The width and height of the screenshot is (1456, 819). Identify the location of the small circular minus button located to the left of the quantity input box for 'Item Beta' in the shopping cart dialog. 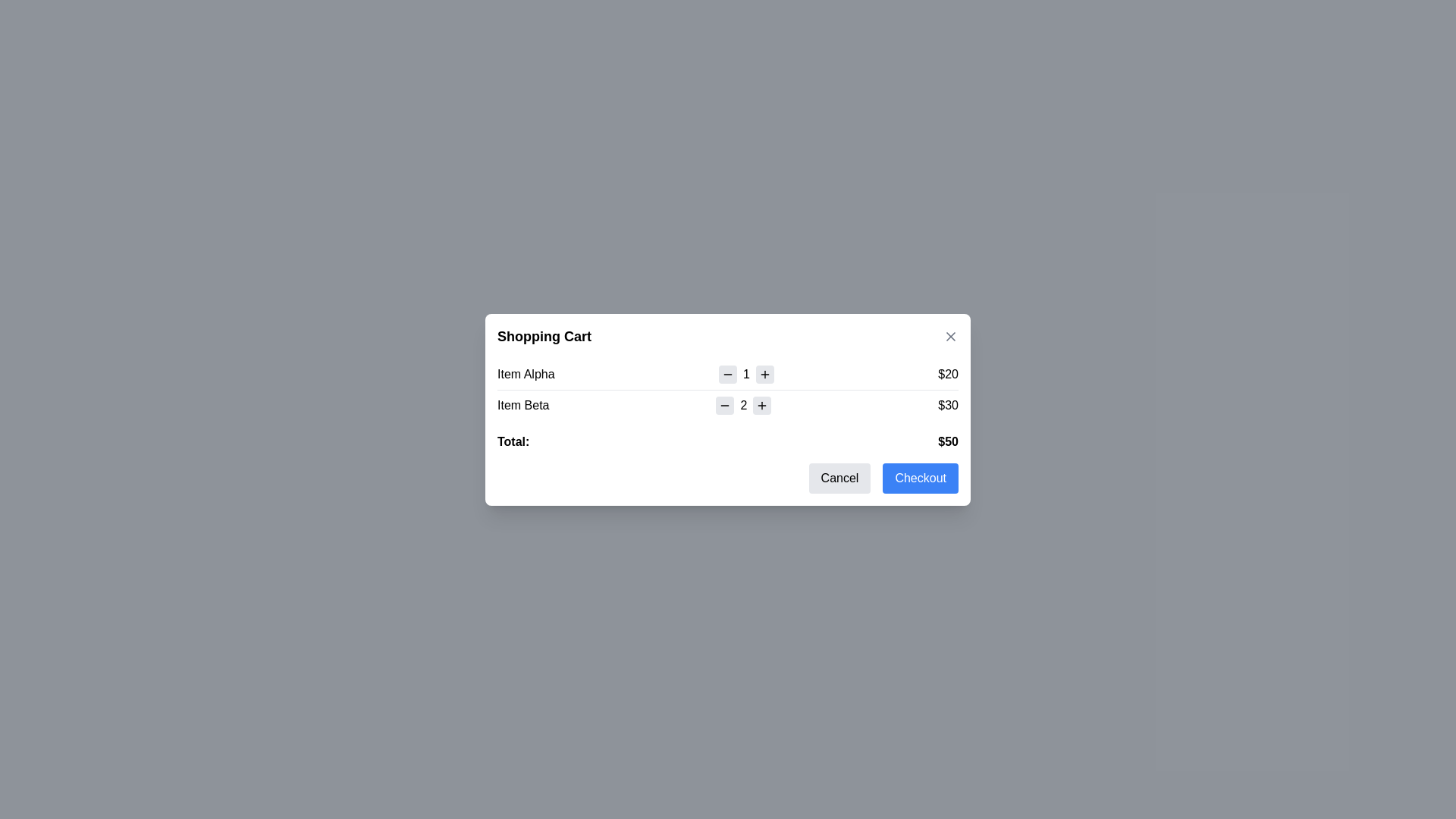
(724, 404).